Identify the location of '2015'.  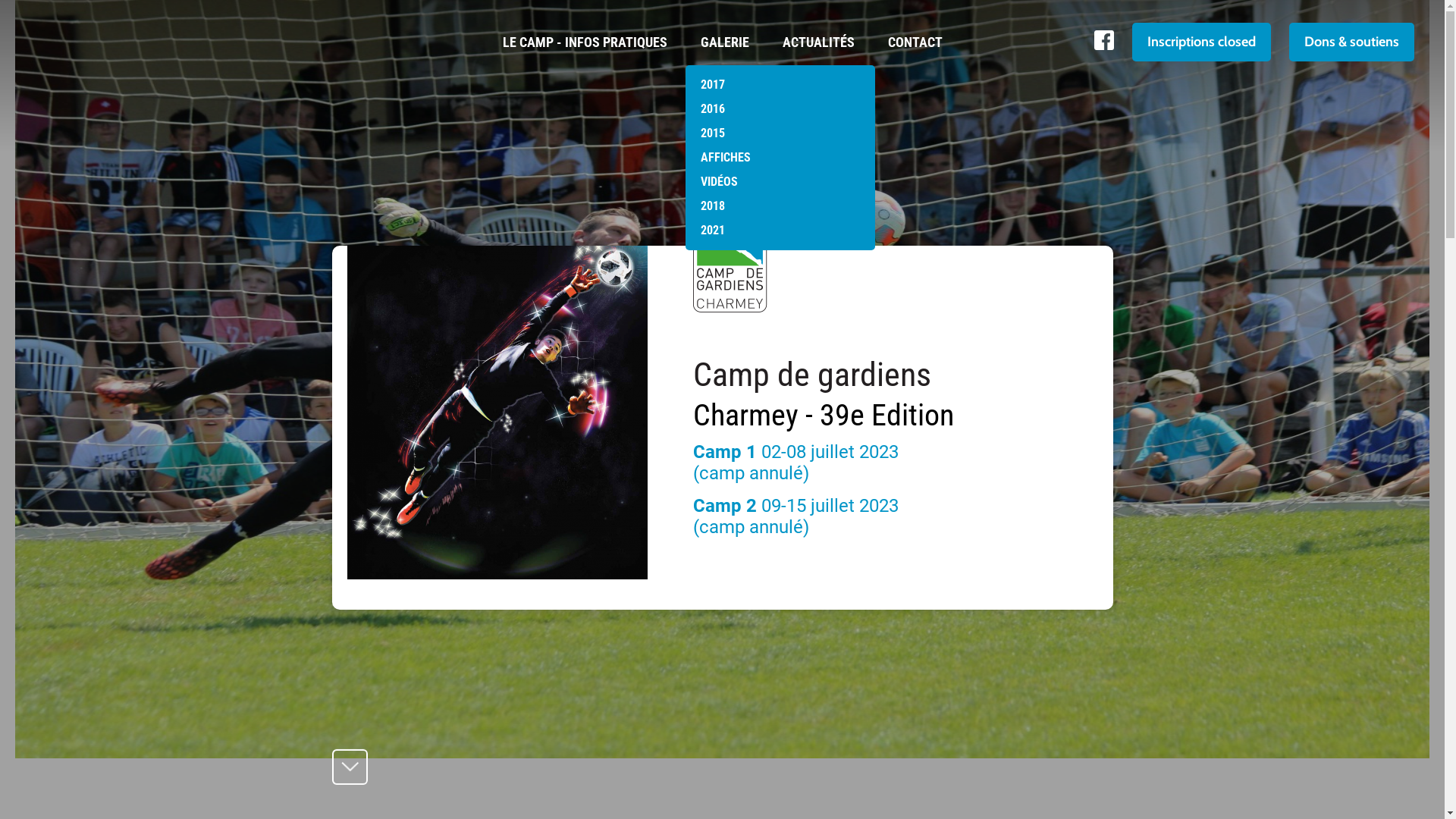
(780, 133).